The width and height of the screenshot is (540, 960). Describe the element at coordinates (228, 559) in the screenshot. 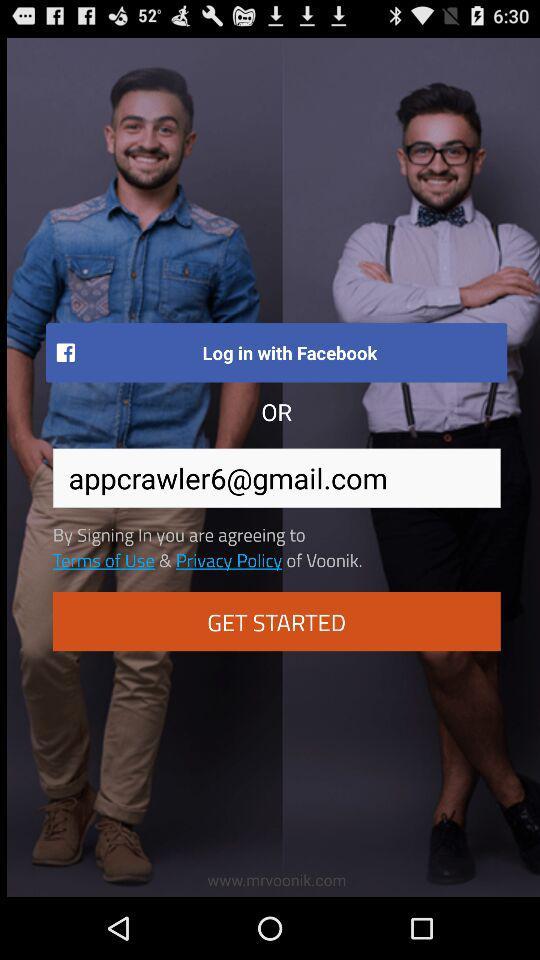

I see `the item to the right of  &` at that location.